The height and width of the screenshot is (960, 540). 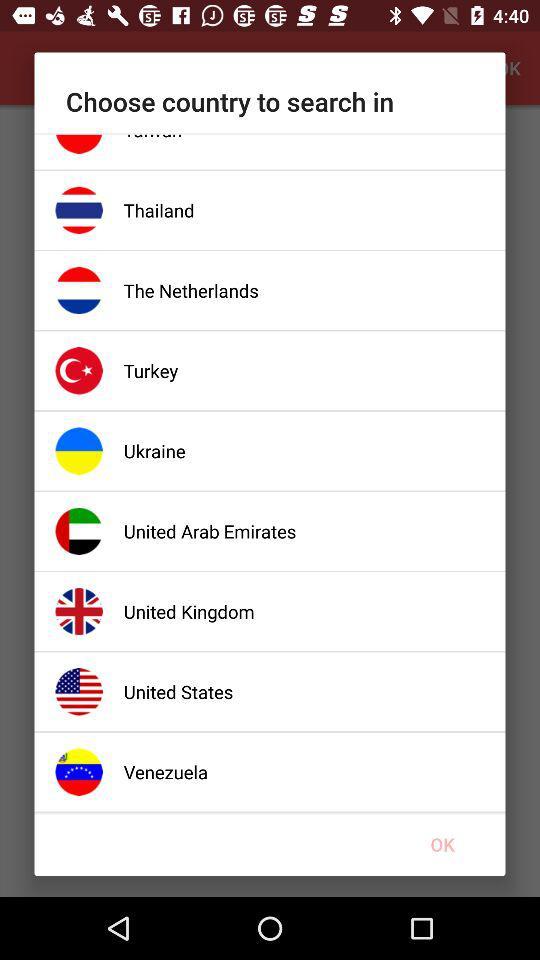 I want to click on ok, so click(x=442, y=843).